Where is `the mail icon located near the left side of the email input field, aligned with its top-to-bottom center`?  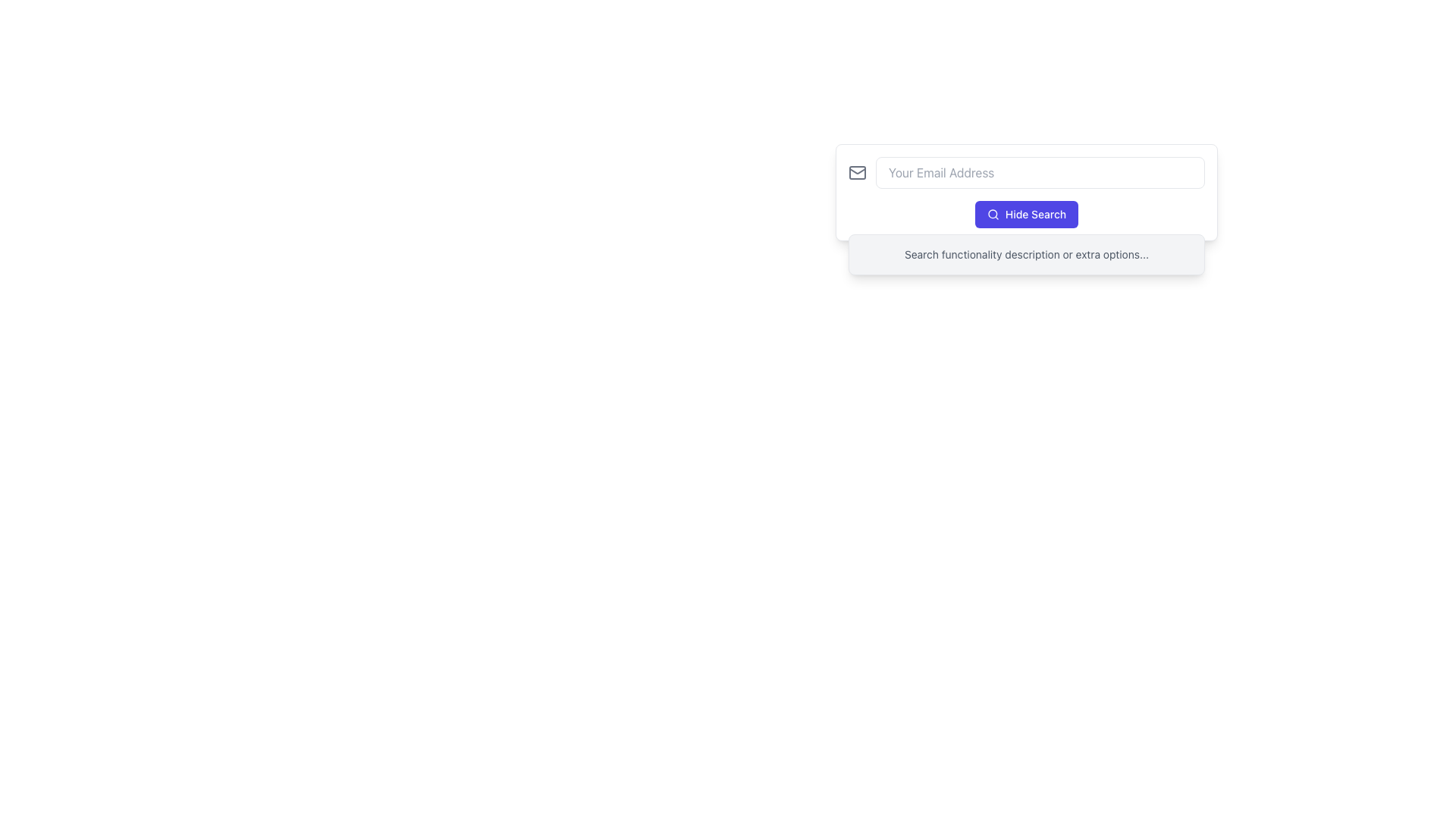
the mail icon located near the left side of the email input field, aligned with its top-to-bottom center is located at coordinates (858, 170).